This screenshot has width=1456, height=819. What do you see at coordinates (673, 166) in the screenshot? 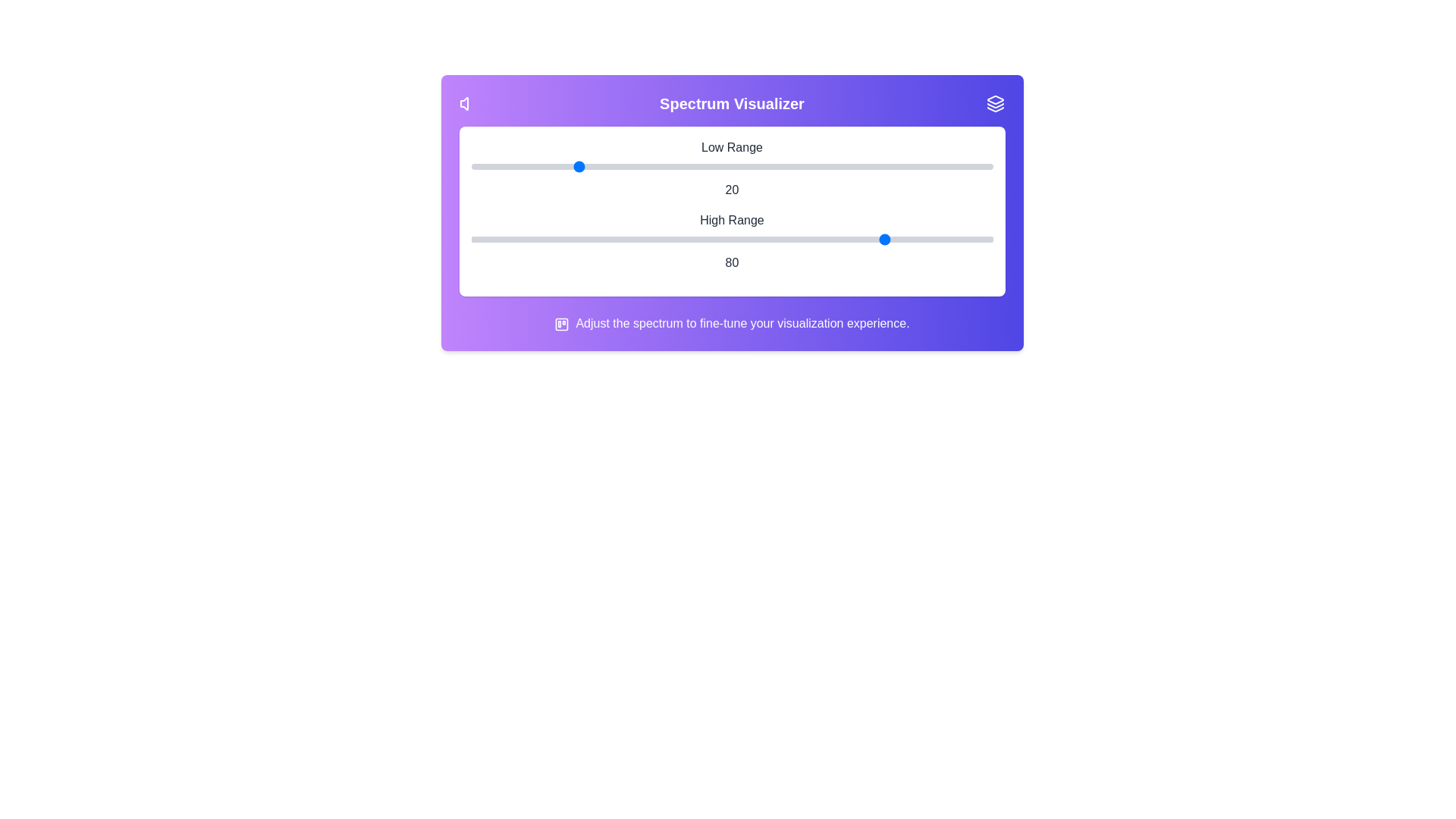
I see `the 0 slider to the value 39` at bounding box center [673, 166].